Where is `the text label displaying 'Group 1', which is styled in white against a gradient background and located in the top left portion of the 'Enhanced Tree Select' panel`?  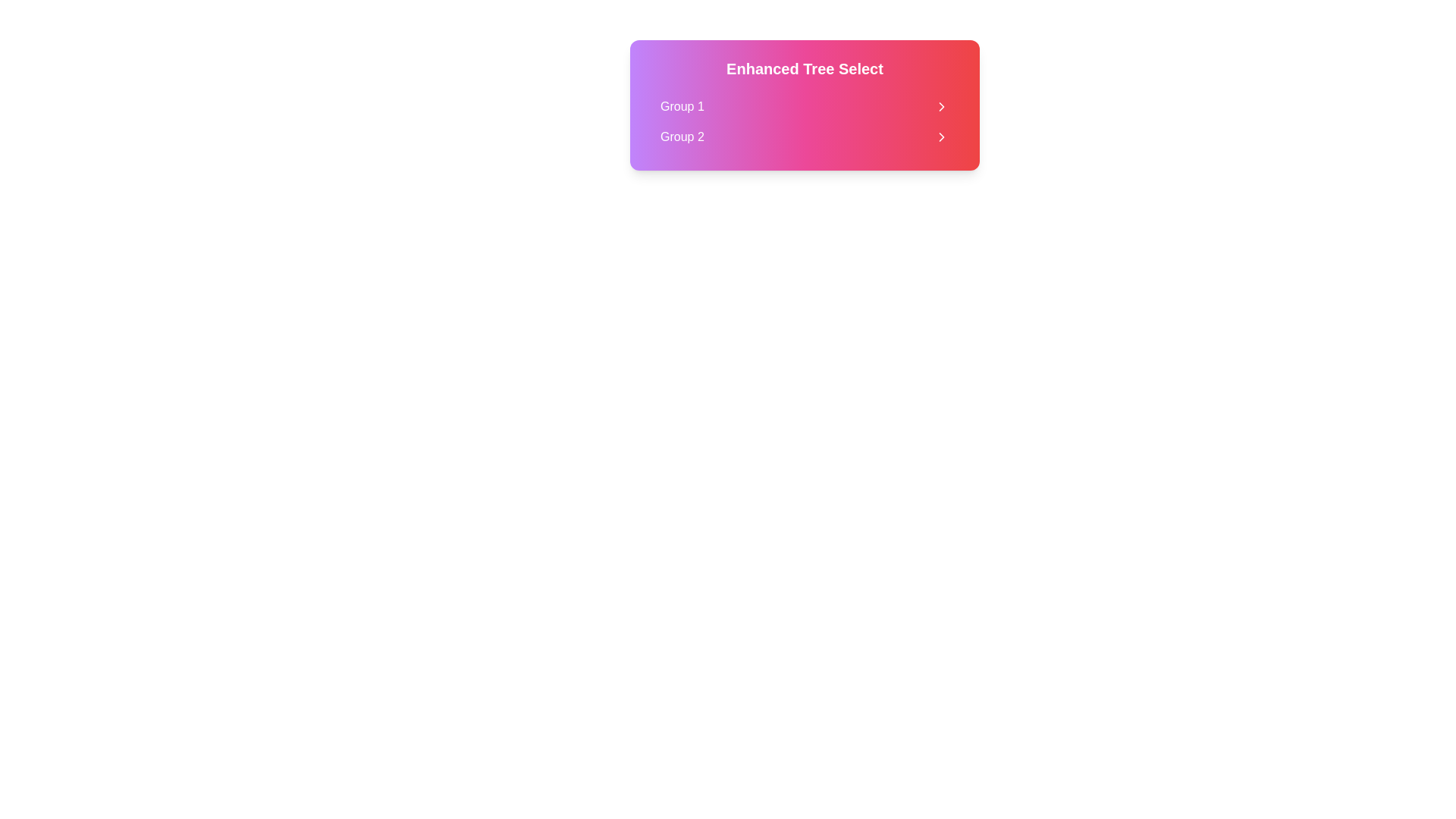
the text label displaying 'Group 1', which is styled in white against a gradient background and located in the top left portion of the 'Enhanced Tree Select' panel is located at coordinates (681, 106).